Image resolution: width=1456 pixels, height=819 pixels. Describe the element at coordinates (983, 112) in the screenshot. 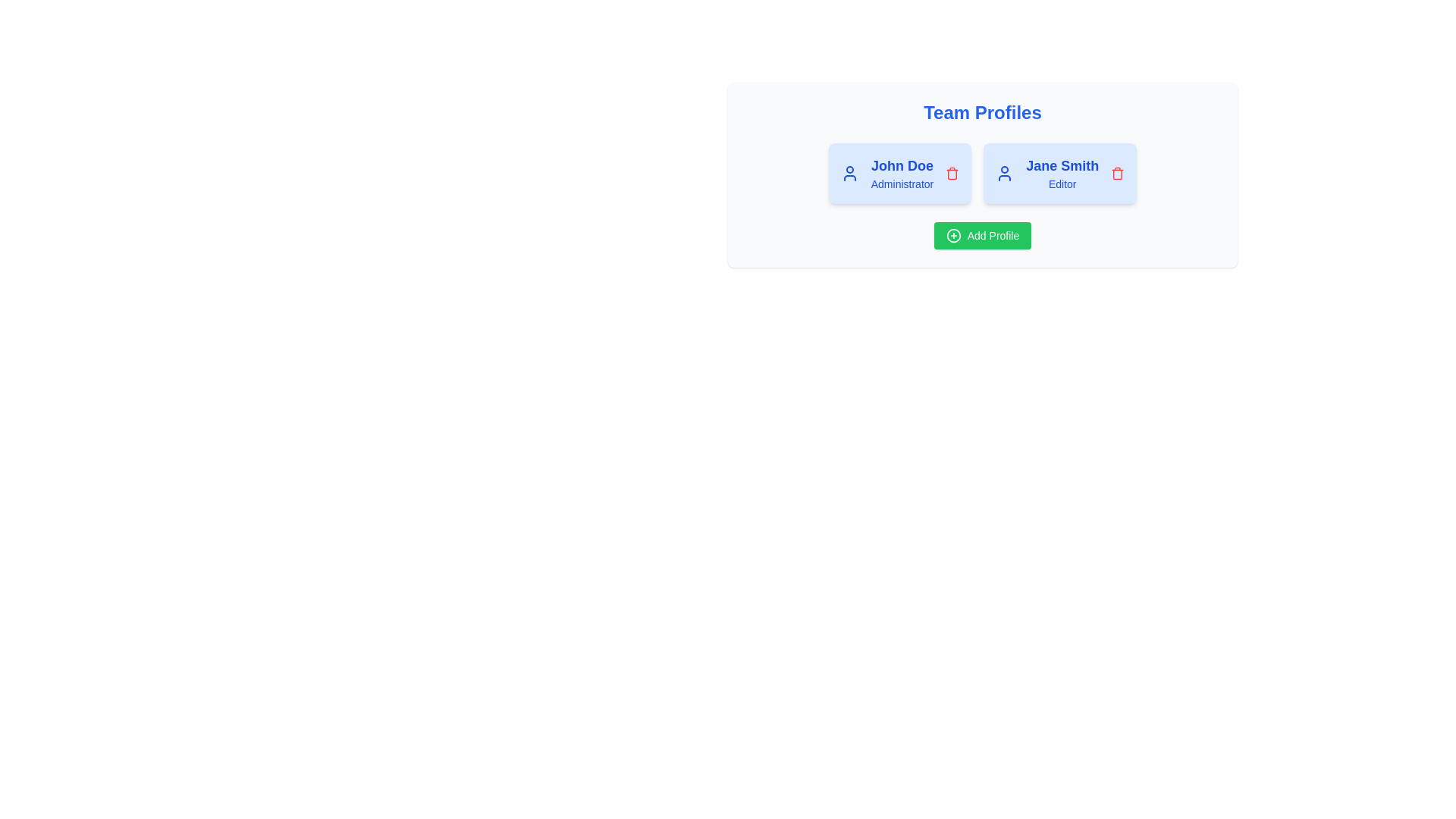

I see `the 'Team Profiles' heading` at that location.